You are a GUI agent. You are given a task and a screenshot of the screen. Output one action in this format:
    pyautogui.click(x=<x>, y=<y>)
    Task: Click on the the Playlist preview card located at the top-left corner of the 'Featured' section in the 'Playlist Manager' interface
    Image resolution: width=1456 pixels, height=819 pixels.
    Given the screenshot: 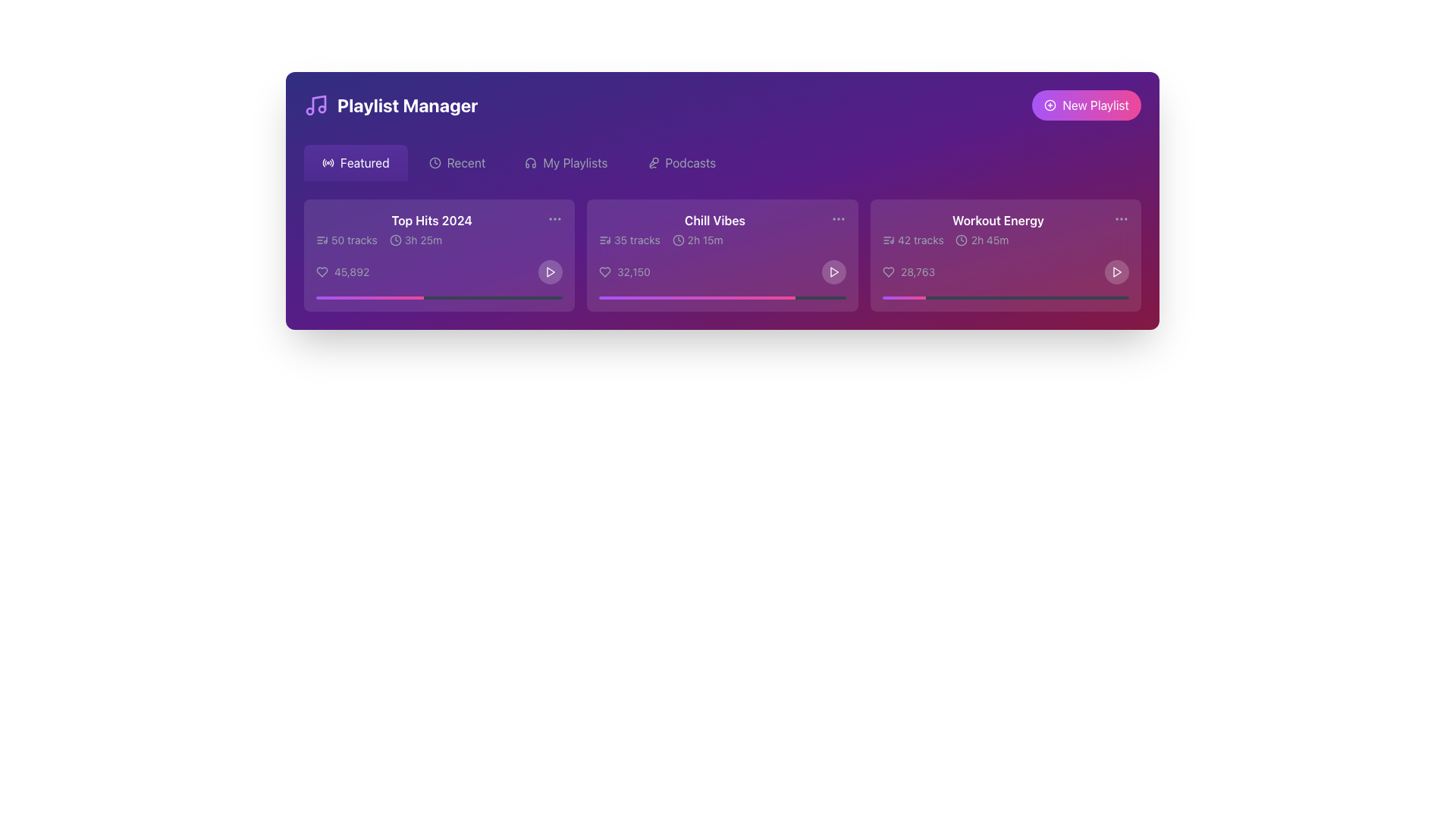 What is the action you would take?
    pyautogui.click(x=431, y=230)
    